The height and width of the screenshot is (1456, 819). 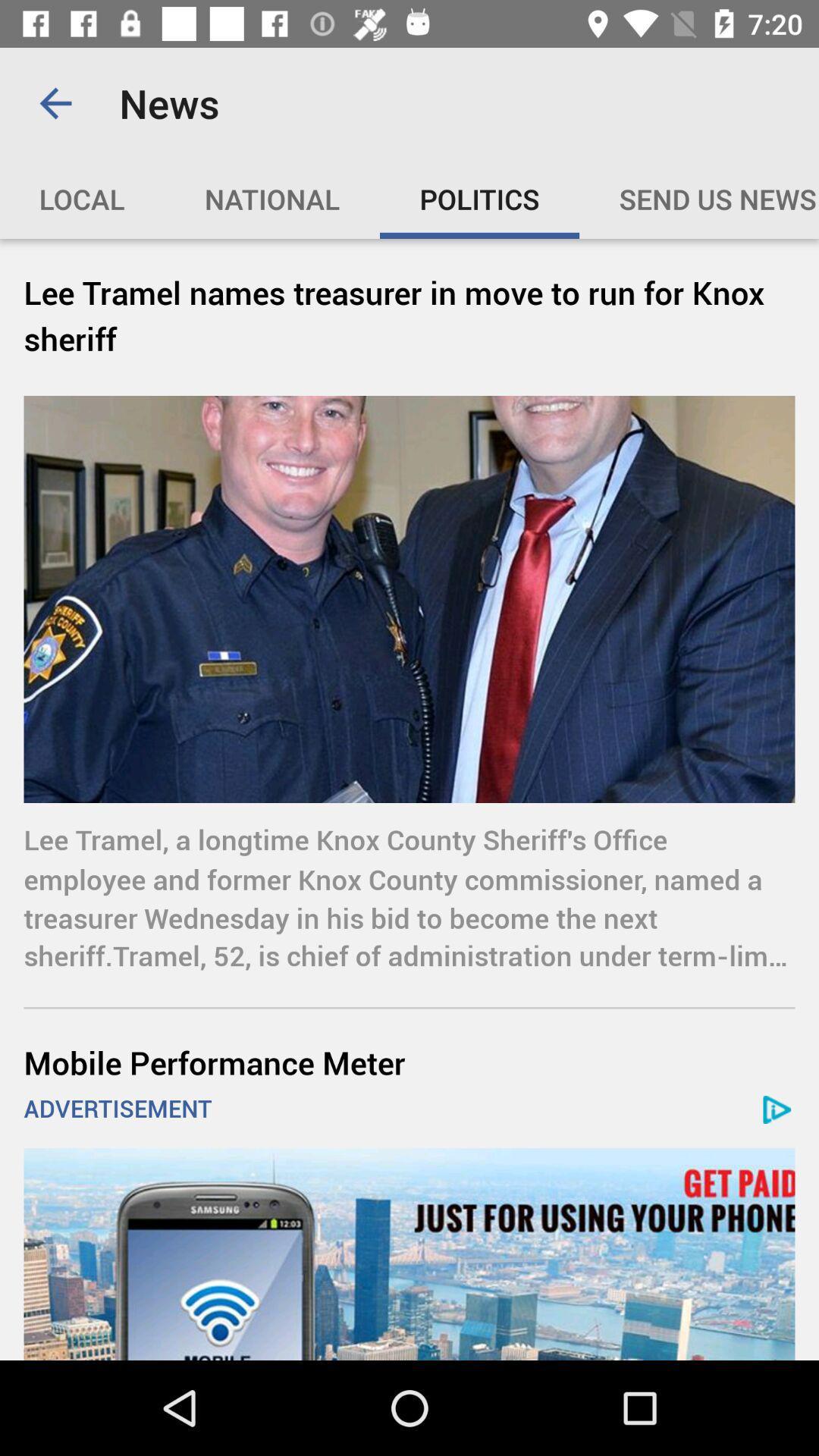 What do you see at coordinates (55, 102) in the screenshot?
I see `the app to the left of news icon` at bounding box center [55, 102].